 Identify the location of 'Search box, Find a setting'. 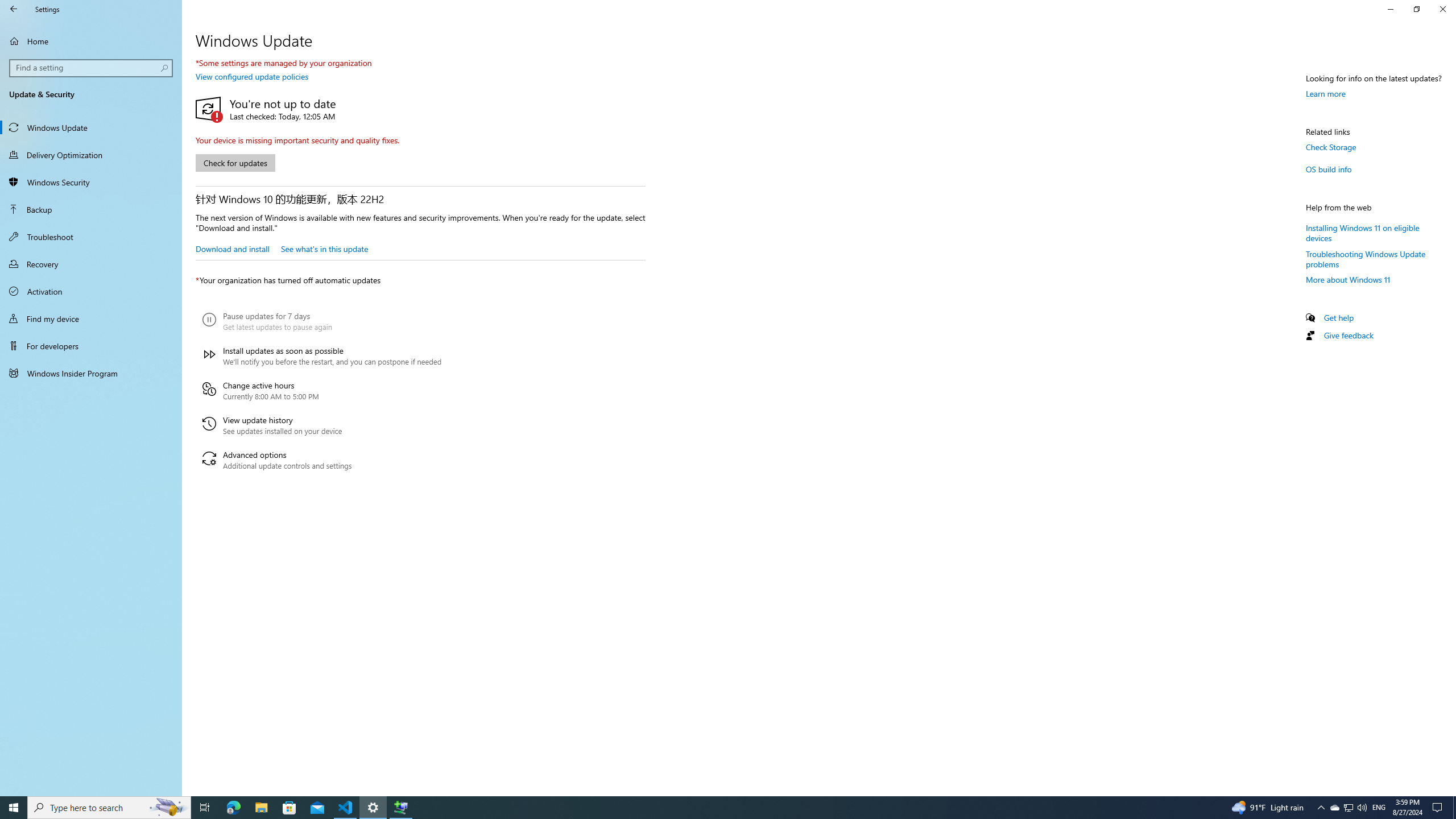
(91, 67).